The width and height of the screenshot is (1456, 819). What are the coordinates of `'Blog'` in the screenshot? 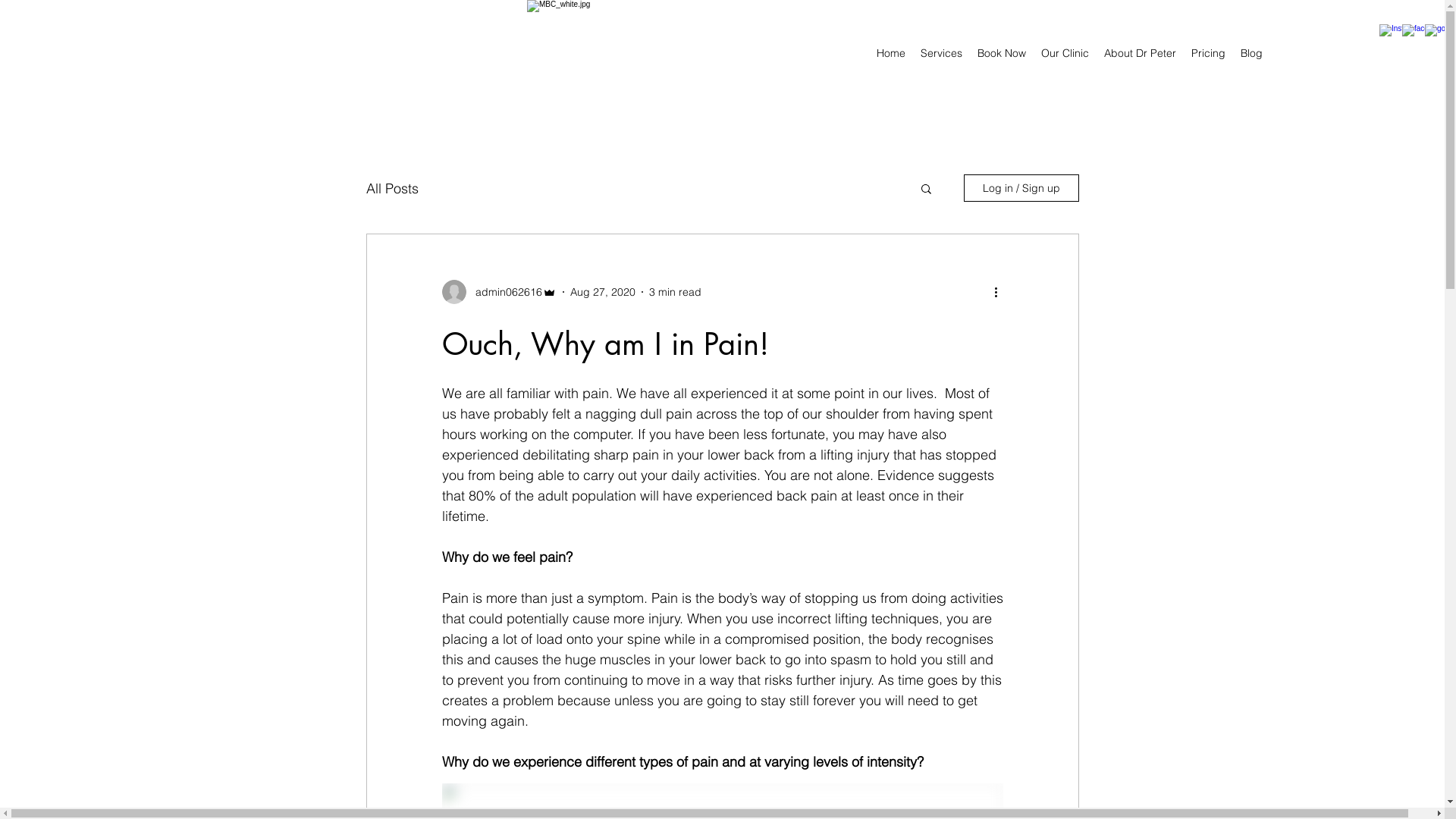 It's located at (1233, 52).